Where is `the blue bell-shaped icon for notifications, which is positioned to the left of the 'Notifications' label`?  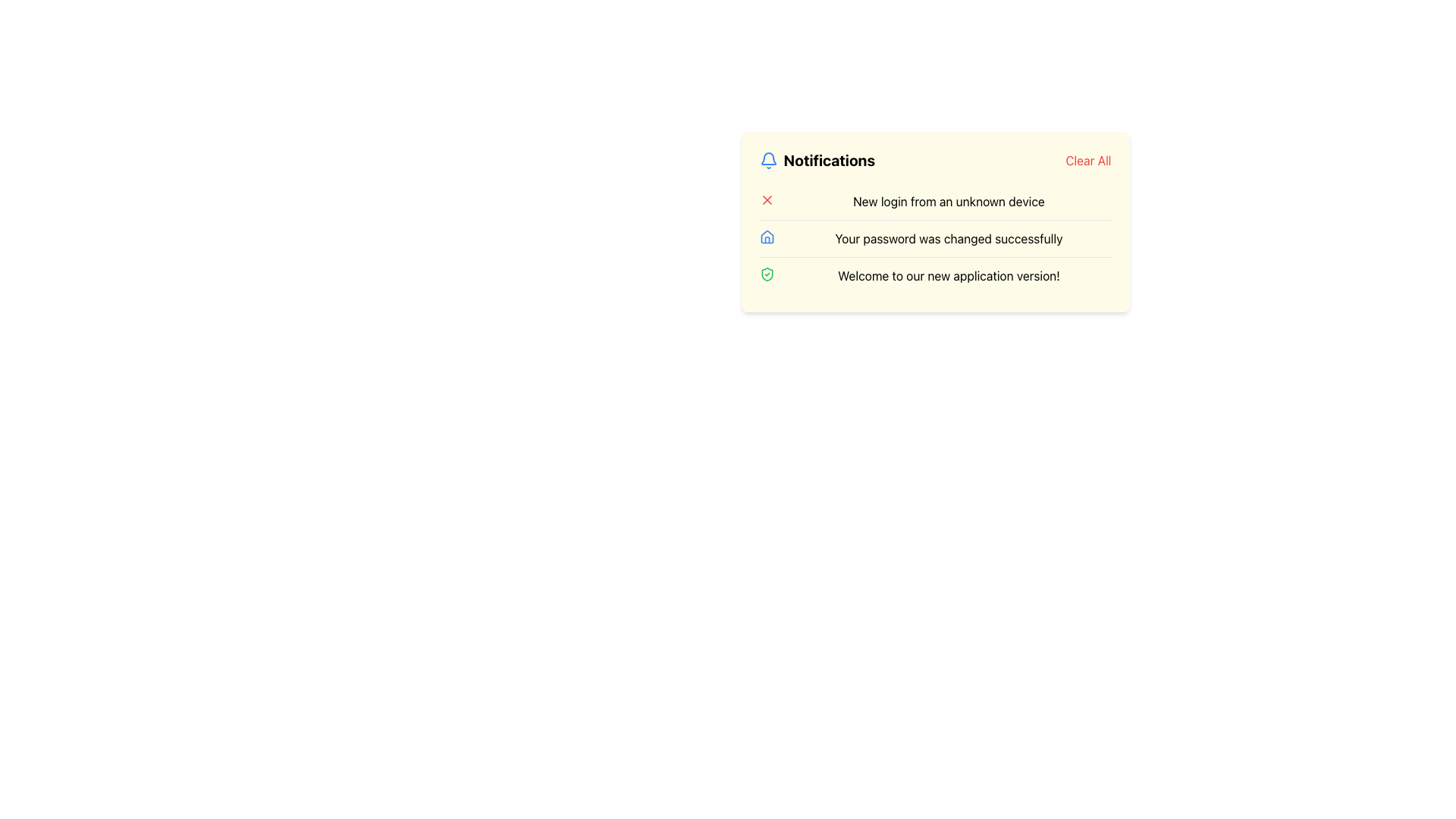
the blue bell-shaped icon for notifications, which is positioned to the left of the 'Notifications' label is located at coordinates (768, 161).